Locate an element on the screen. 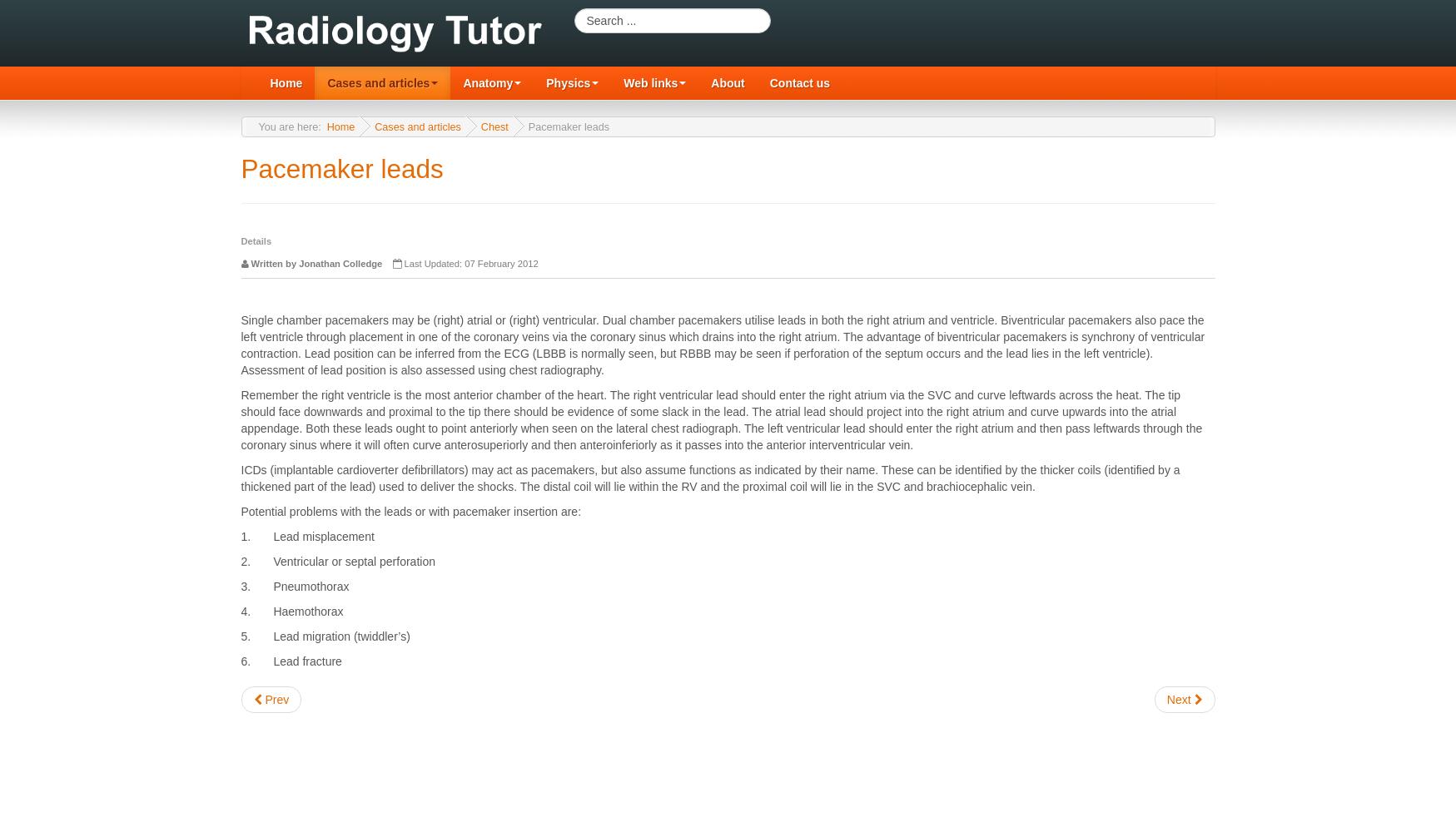  '1.       Lead misplacement' is located at coordinates (307, 537).